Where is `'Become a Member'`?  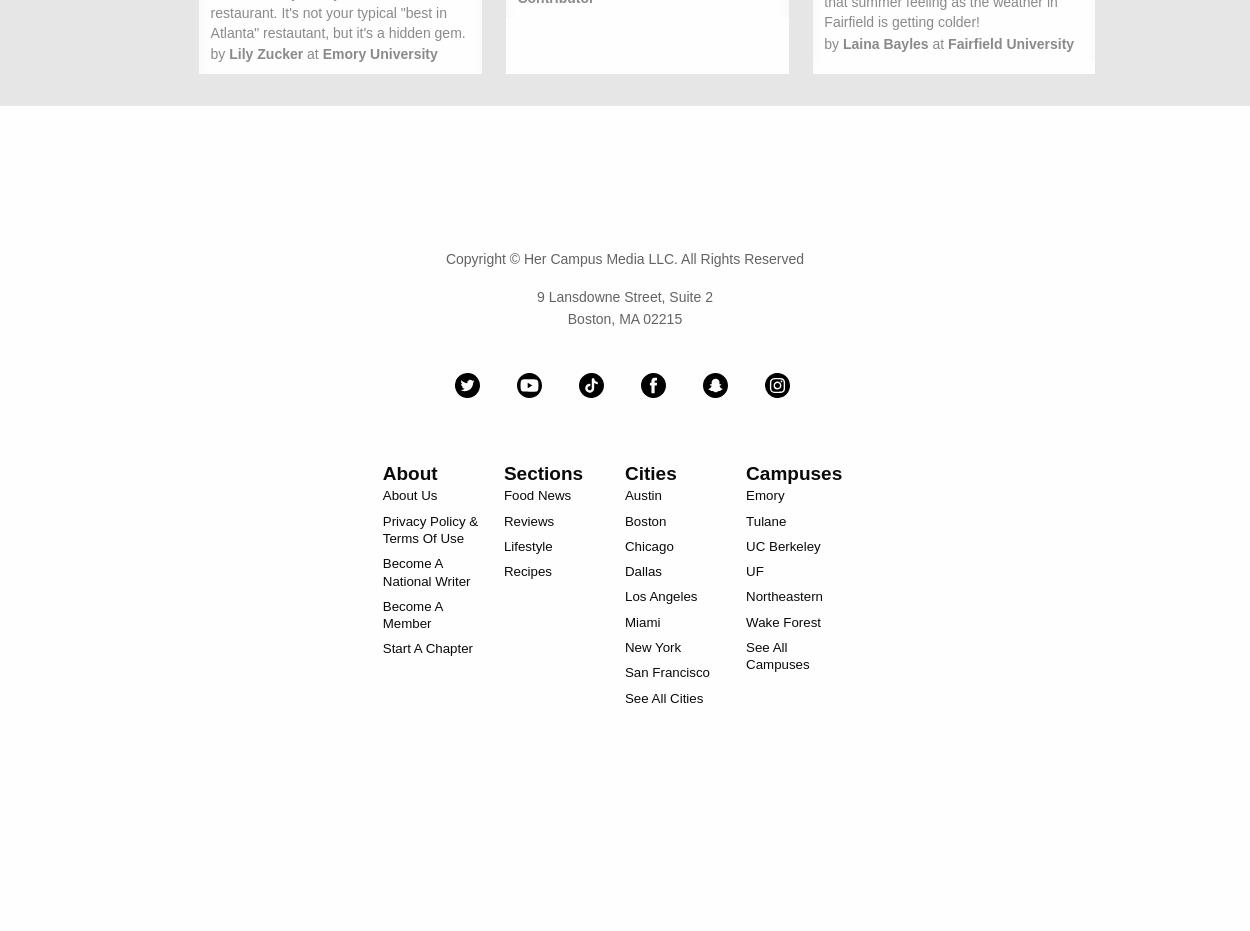 'Become a Member' is located at coordinates (412, 614).